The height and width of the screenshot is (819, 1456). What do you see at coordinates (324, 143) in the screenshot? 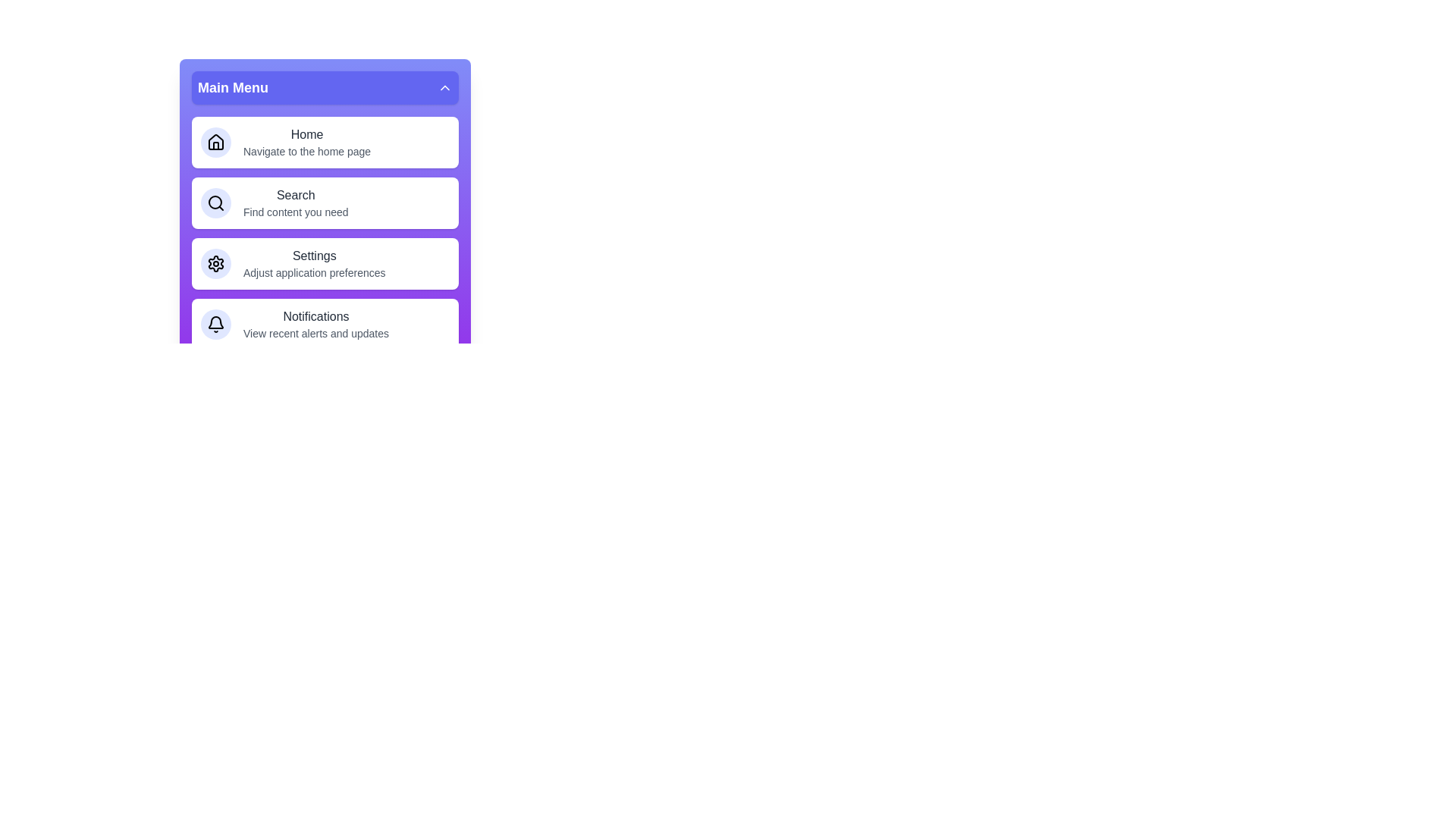
I see `the menu item labeled Home to navigate` at bounding box center [324, 143].